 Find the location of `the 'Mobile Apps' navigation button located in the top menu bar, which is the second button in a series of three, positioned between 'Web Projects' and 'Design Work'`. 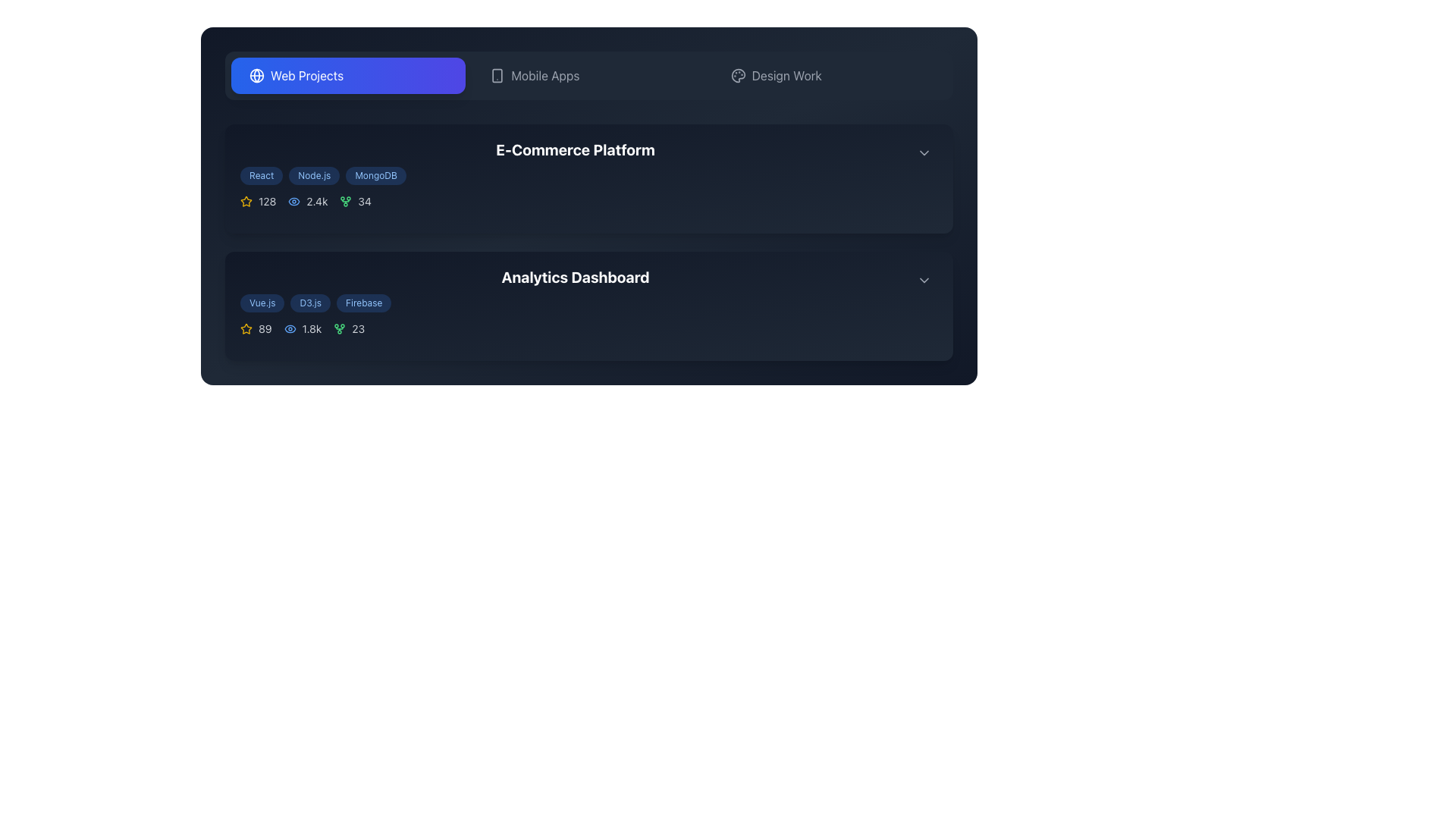

the 'Mobile Apps' navigation button located in the top menu bar, which is the second button in a series of three, positioned between 'Web Projects' and 'Design Work' is located at coordinates (588, 76).